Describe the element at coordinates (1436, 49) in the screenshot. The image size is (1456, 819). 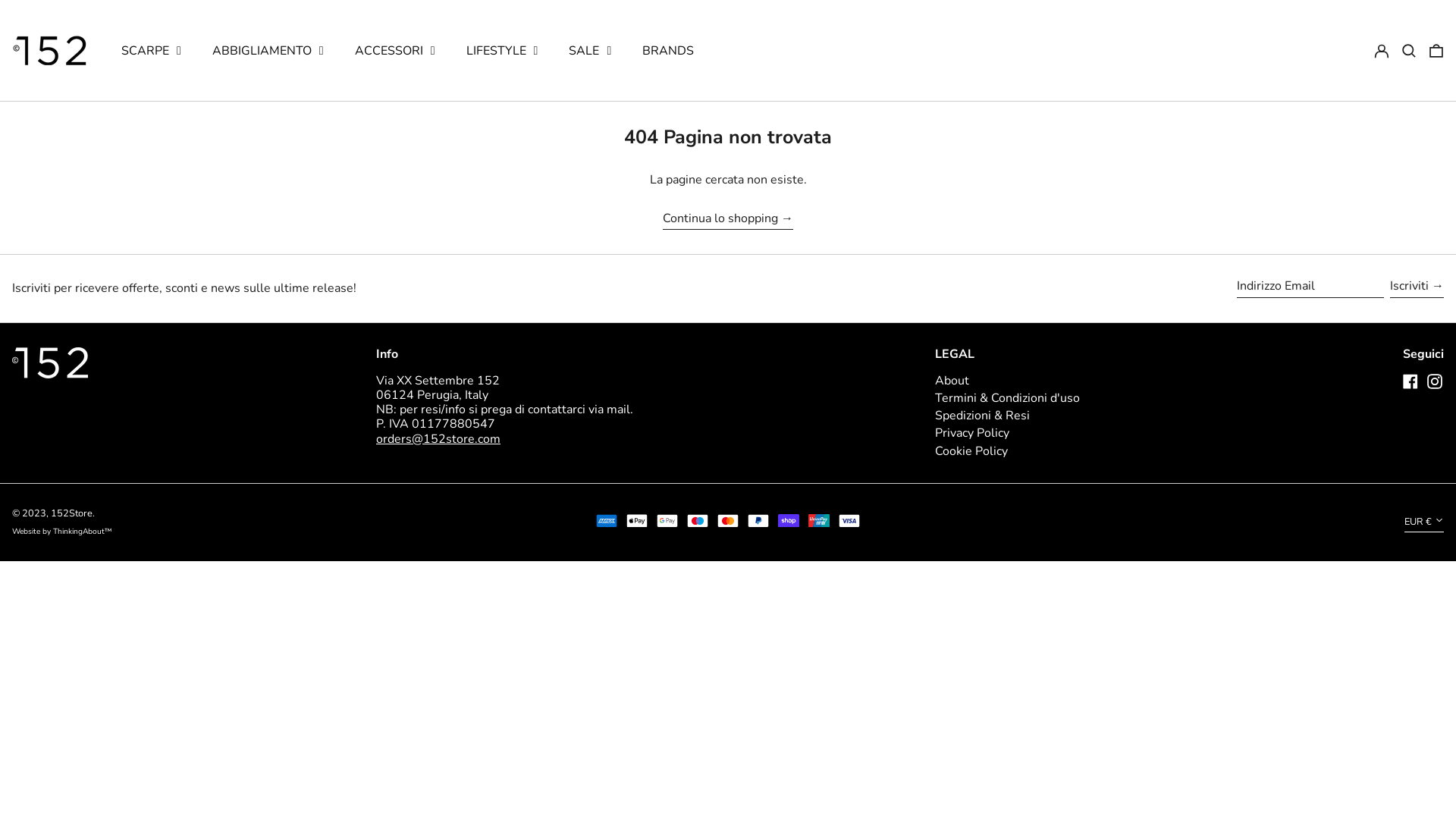
I see `'0 articoli'` at that location.